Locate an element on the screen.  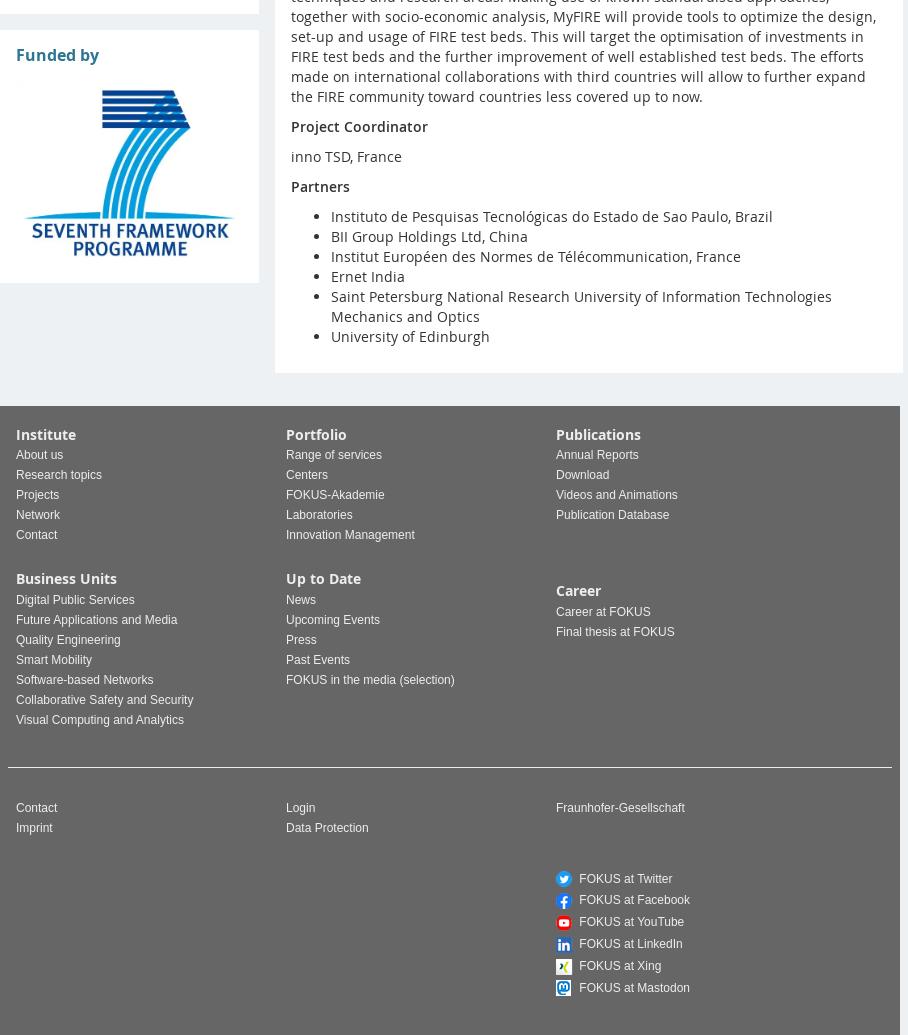
'Fraunhofer-Gesellschaft' is located at coordinates (618, 805).